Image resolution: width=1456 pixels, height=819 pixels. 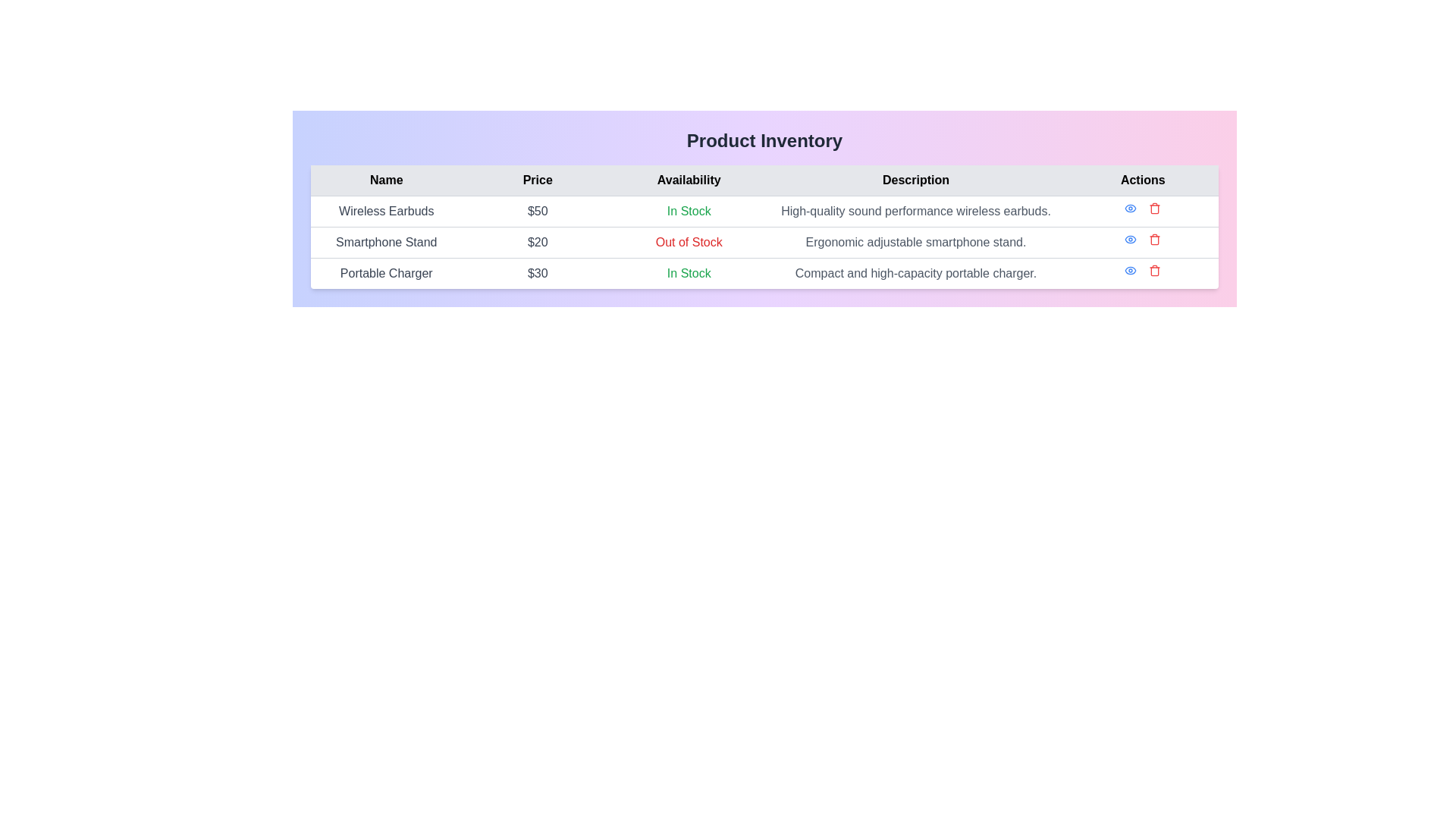 I want to click on the 'In Stock' text label located in the 'Availability' column of the last row for the 'Portable Charger' item, so click(x=688, y=273).